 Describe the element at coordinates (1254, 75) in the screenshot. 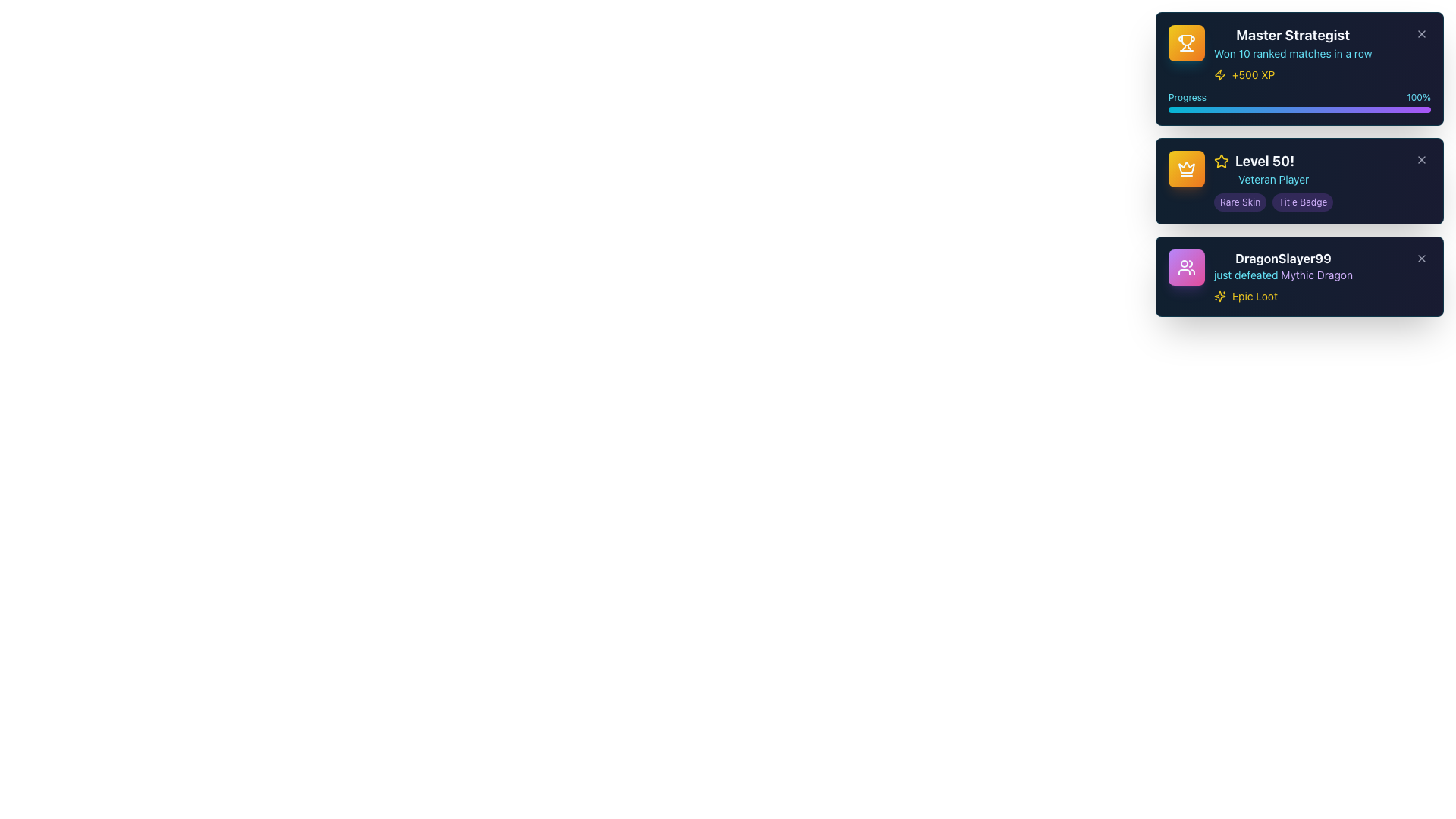

I see `displayed information indicating a reward of 500 experience points (XP) for the 'Master Strategist' achievement, located in the topmost notification card near the text 'Master Strategist' and to the right of the yellow lightning bolt icon` at that location.